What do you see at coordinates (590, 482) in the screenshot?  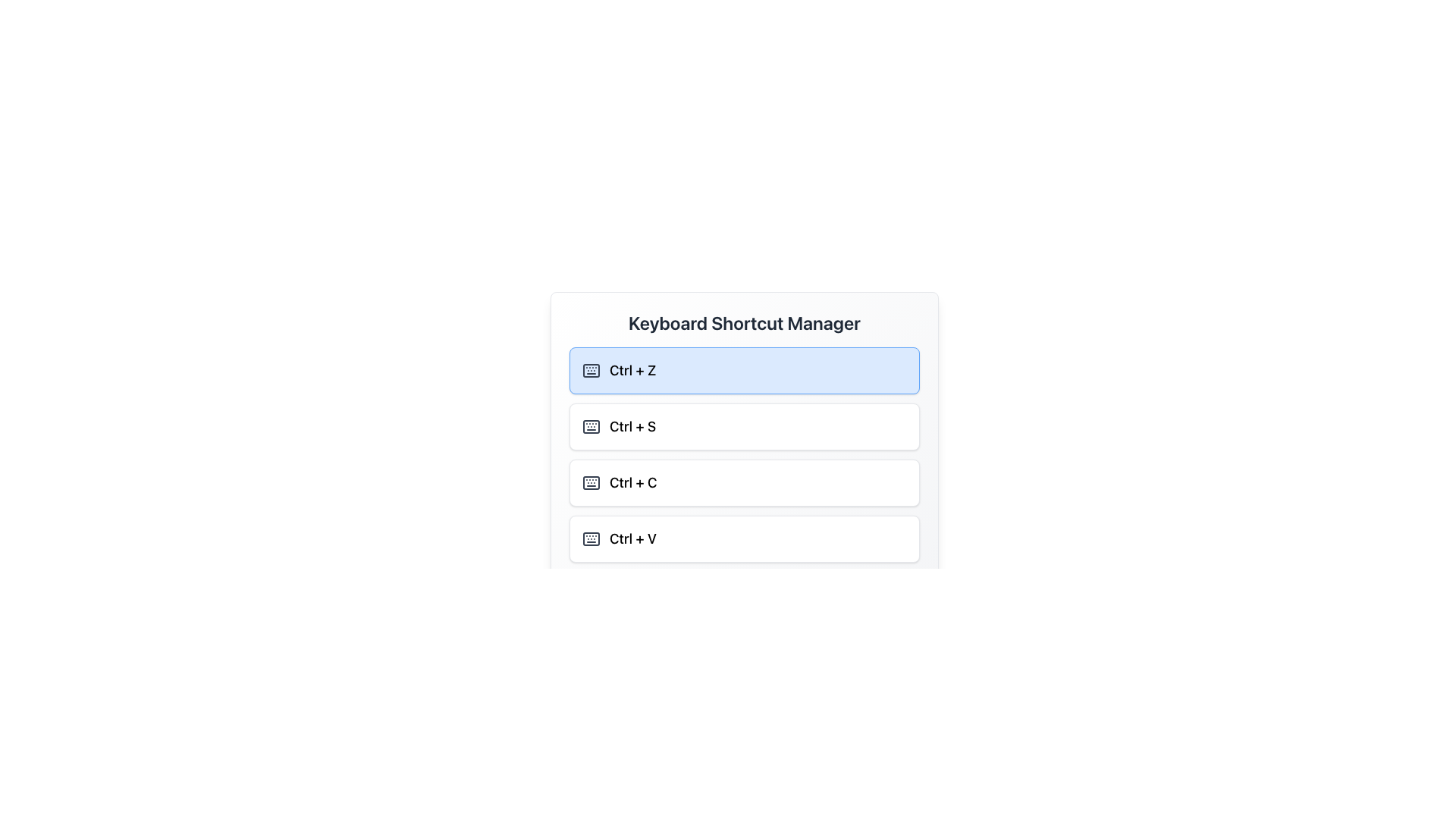 I see `the keyboard icon in the third row of the 'Keyboard Shortcut Manager' list, which visually represents the 'Ctrl + C' shortcut` at bounding box center [590, 482].